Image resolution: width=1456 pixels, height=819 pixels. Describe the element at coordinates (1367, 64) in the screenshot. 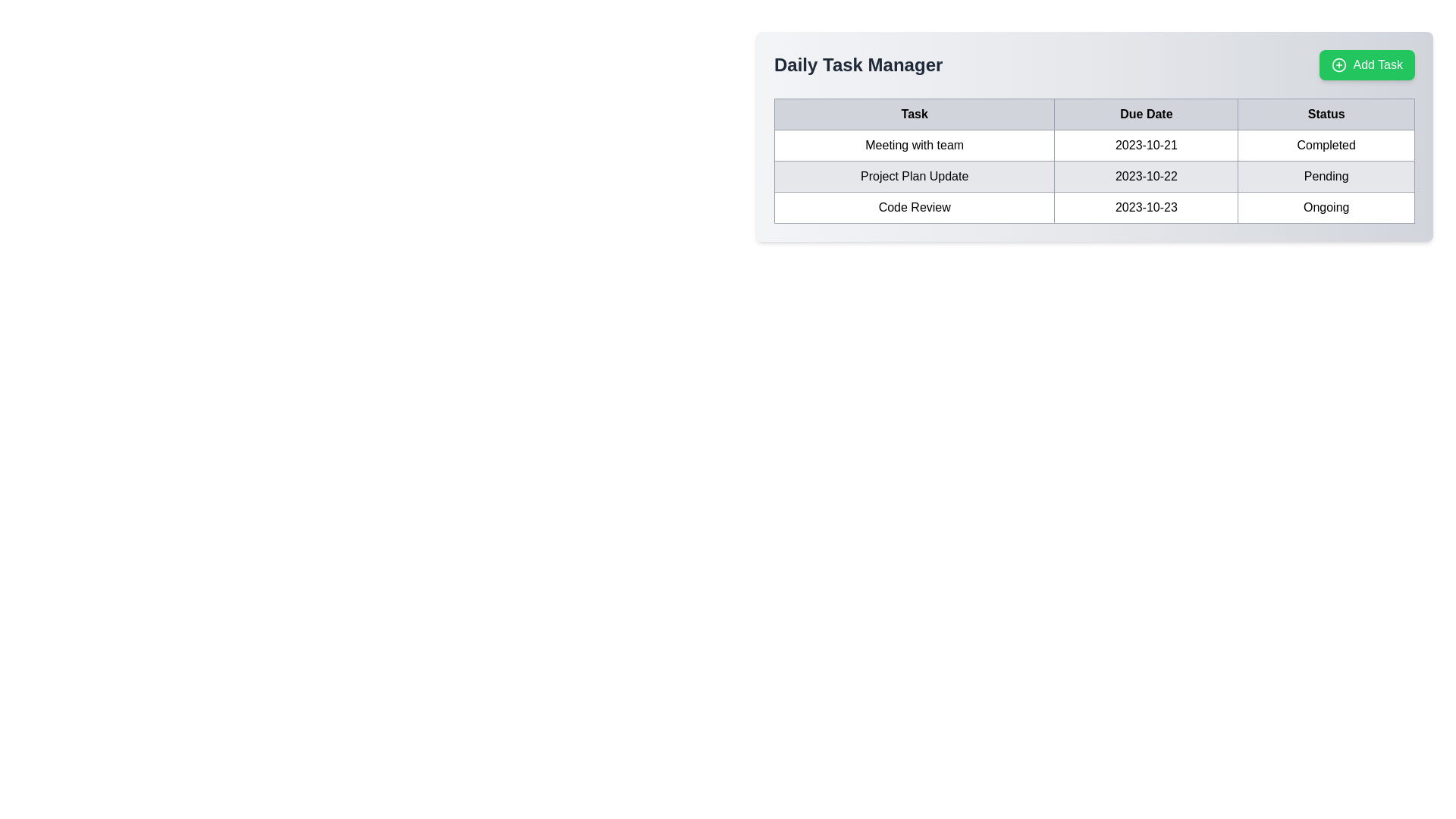

I see `the 'Add Task' button` at that location.